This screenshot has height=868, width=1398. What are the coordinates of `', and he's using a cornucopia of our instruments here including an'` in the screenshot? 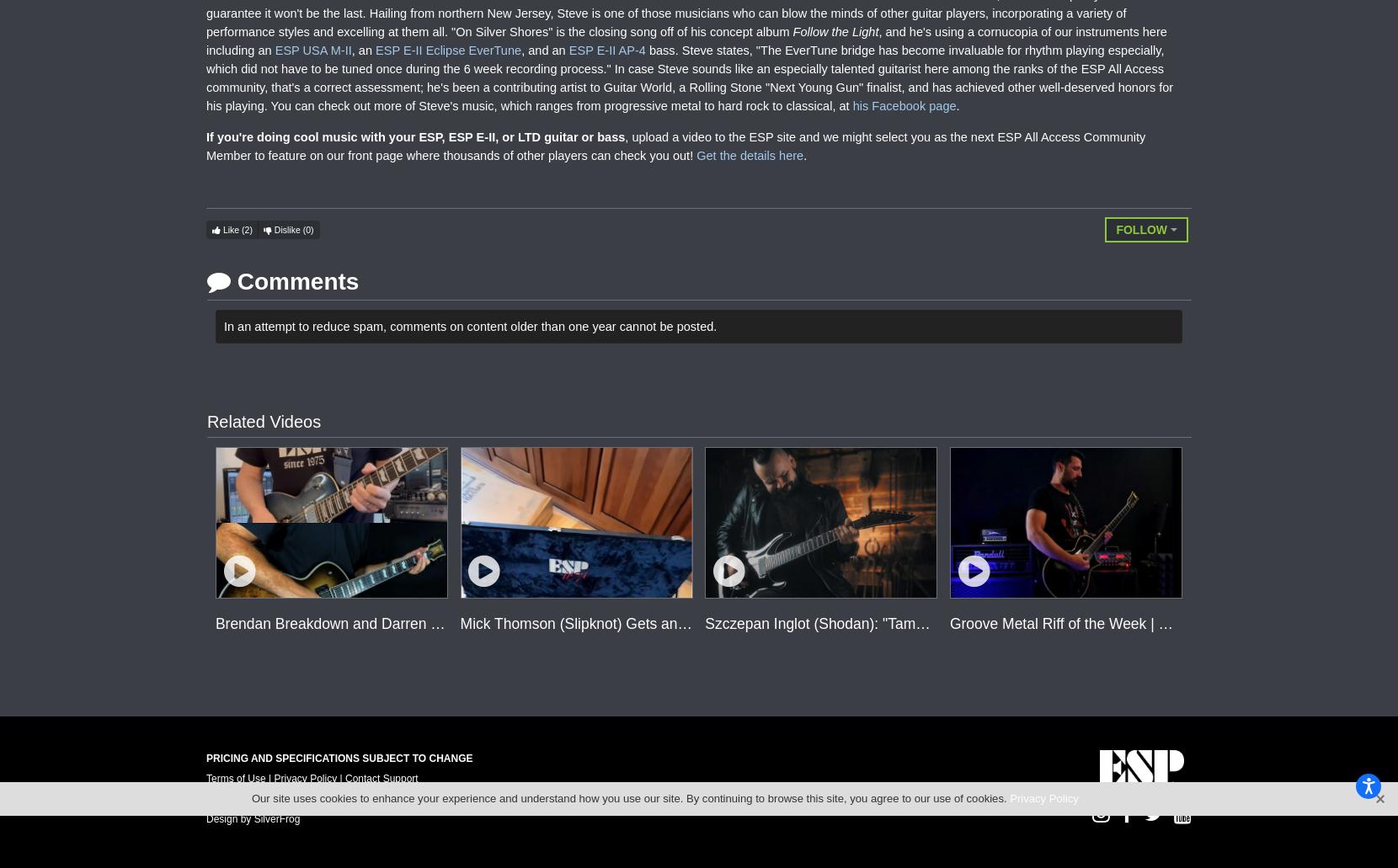 It's located at (686, 40).